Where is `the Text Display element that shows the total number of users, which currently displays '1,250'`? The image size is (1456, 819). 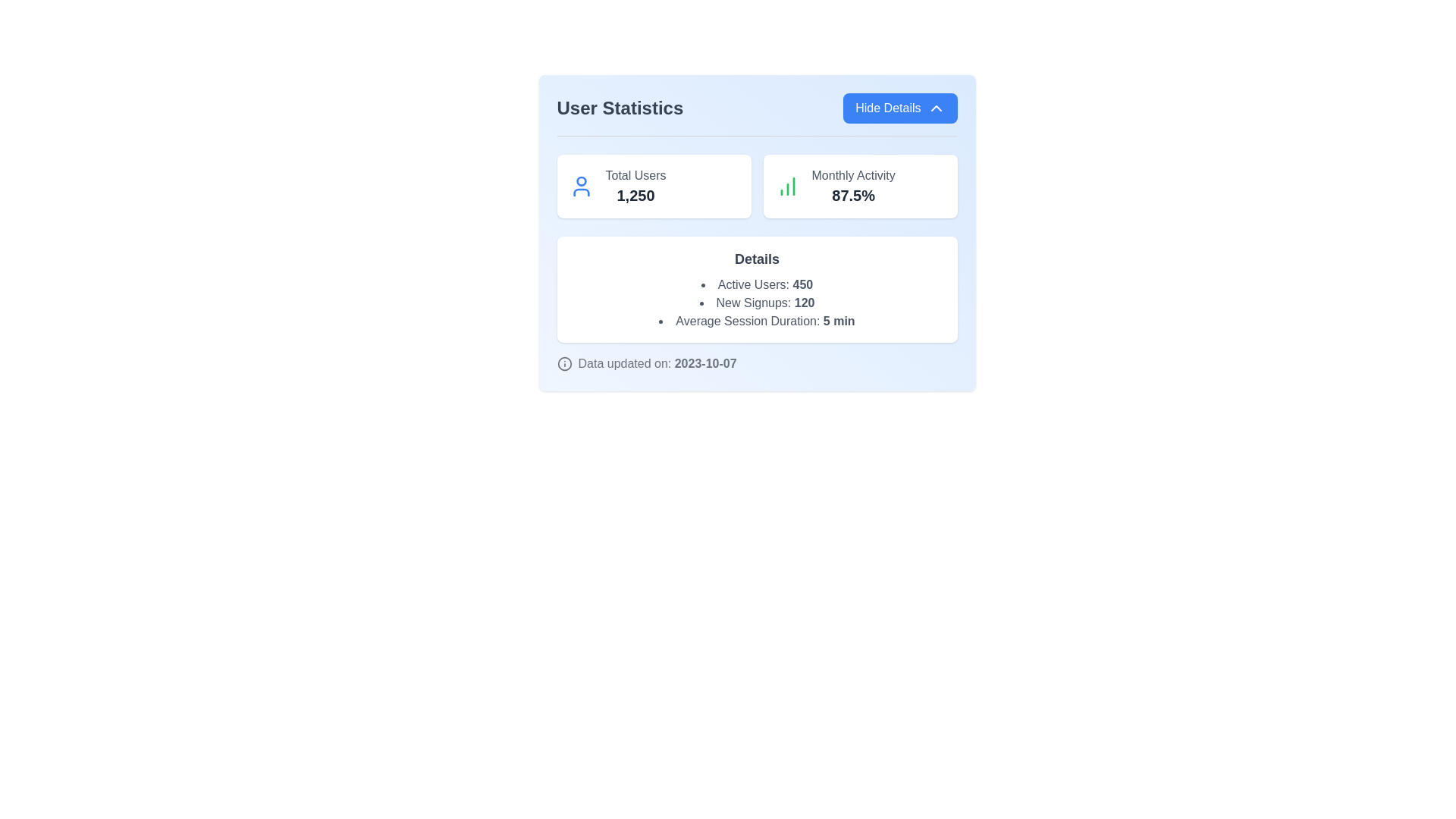
the Text Display element that shows the total number of users, which currently displays '1,250' is located at coordinates (635, 186).